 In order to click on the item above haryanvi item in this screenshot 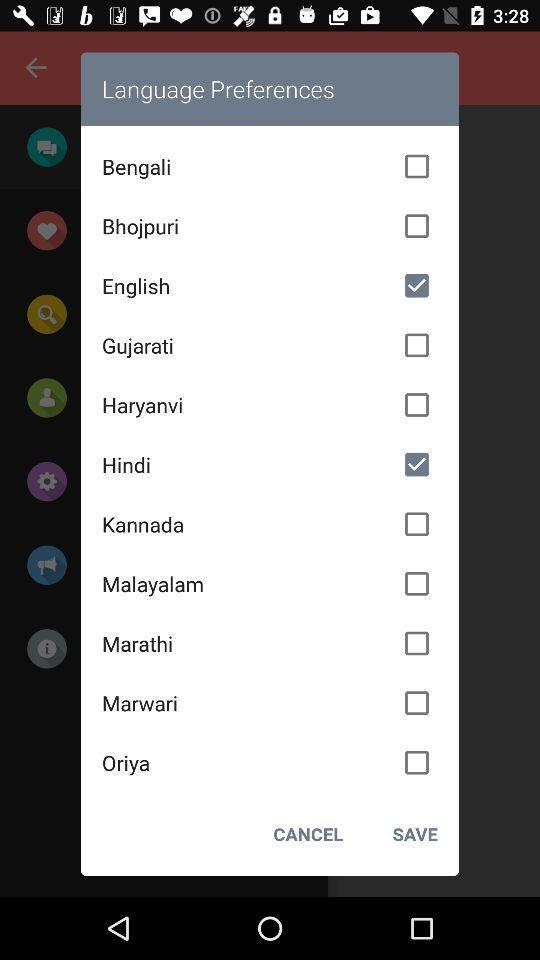, I will do `click(270, 345)`.